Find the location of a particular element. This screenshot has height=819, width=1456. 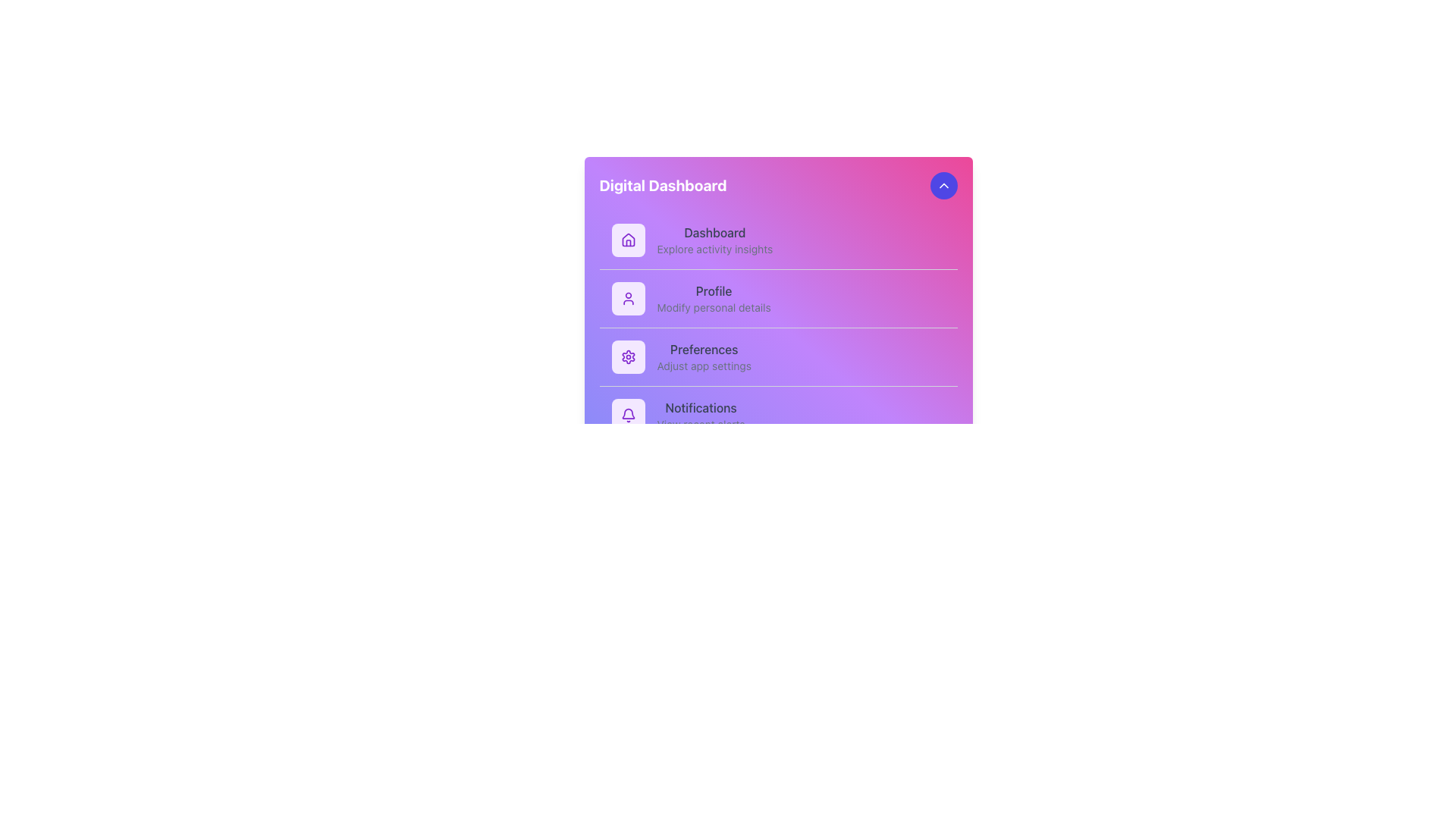

the 'Notifications' text label, which consists of a main title and a subtitle, located in a vertical list within the dashboard panel is located at coordinates (700, 415).